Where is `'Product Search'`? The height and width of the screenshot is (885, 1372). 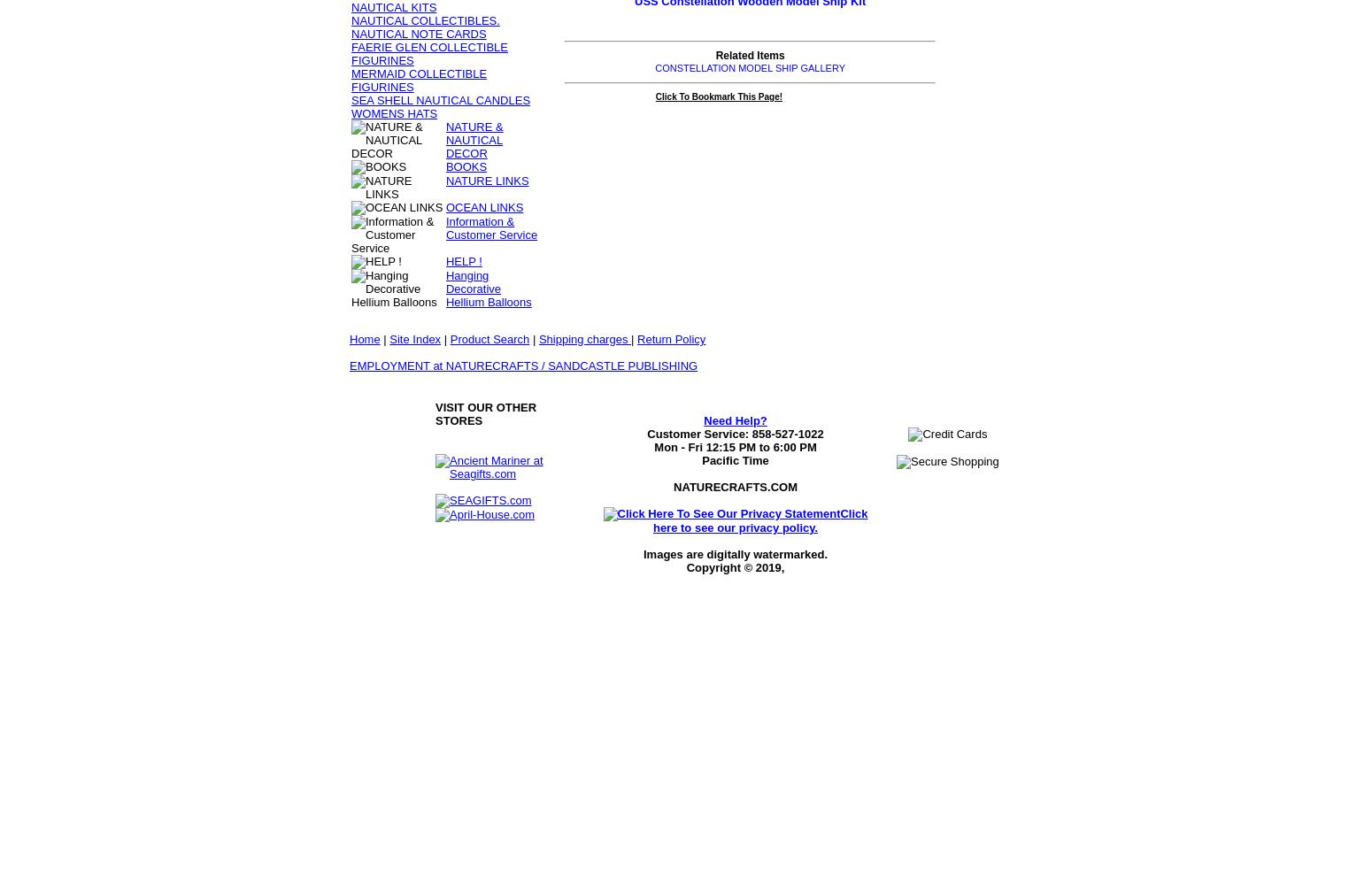 'Product Search' is located at coordinates (489, 339).